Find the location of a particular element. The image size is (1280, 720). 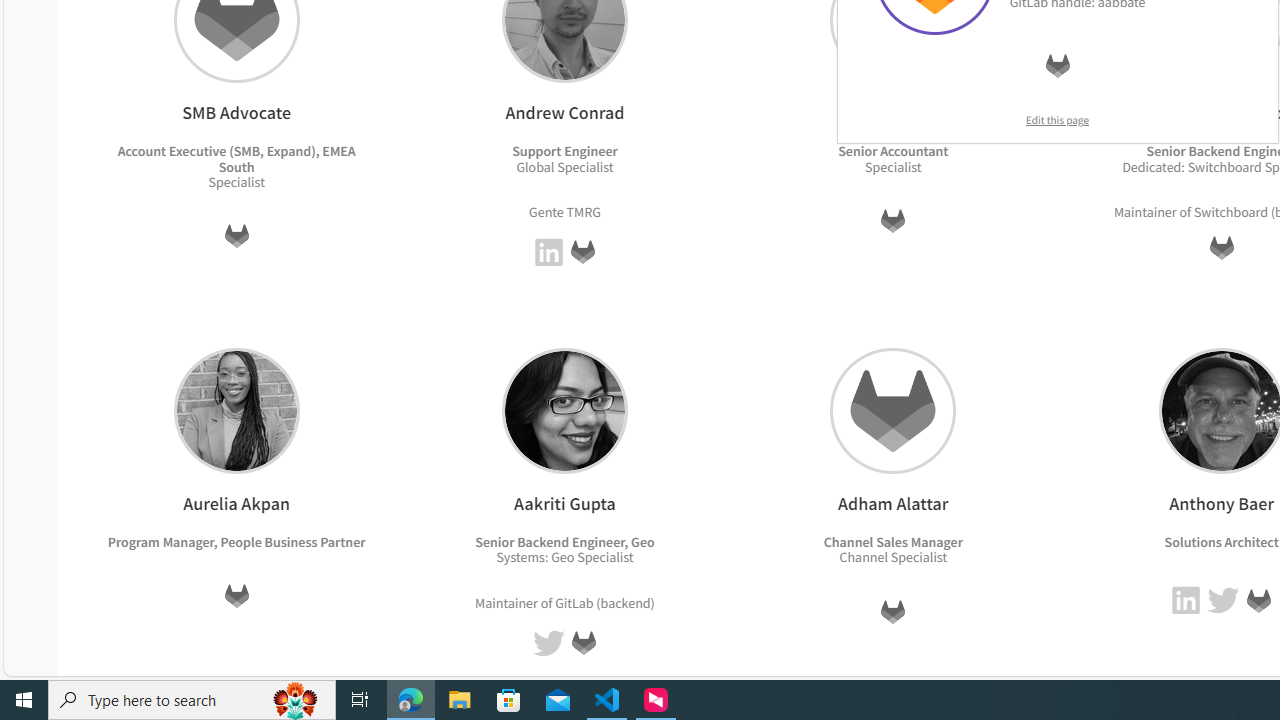

'Switchboard' is located at coordinates (1229, 211).